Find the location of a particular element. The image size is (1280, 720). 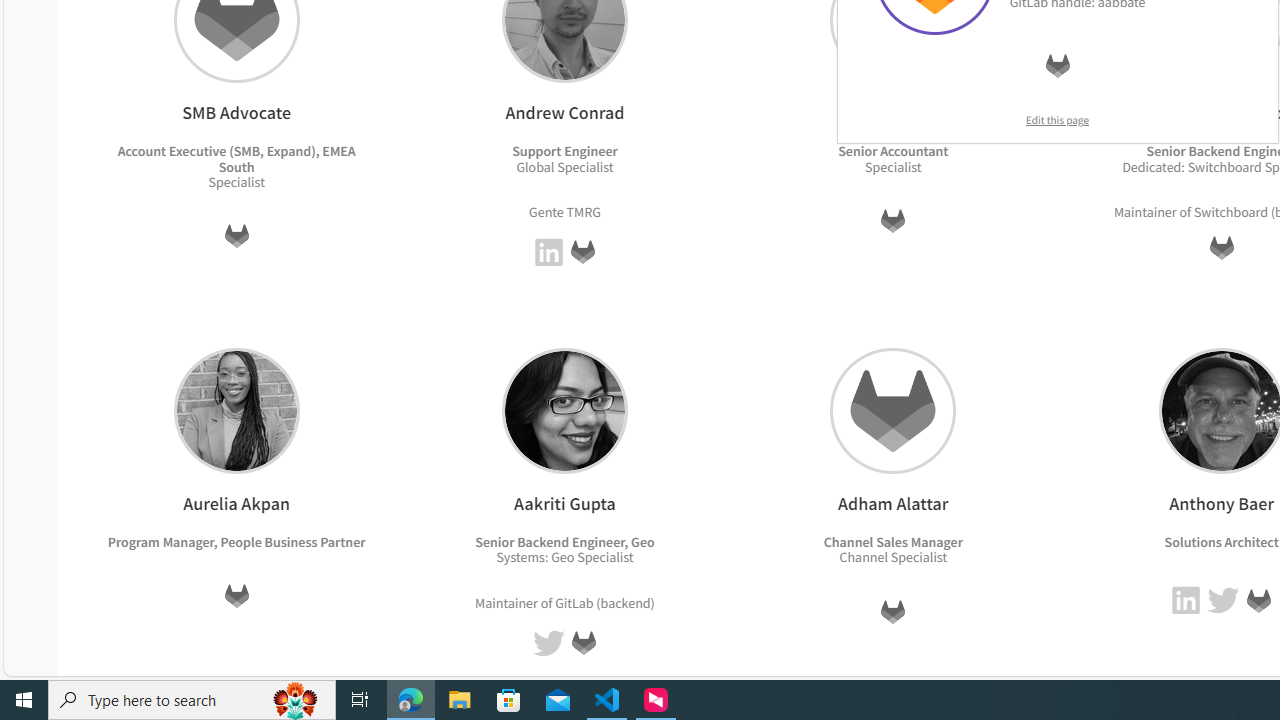

'Switchboard' is located at coordinates (1229, 211).